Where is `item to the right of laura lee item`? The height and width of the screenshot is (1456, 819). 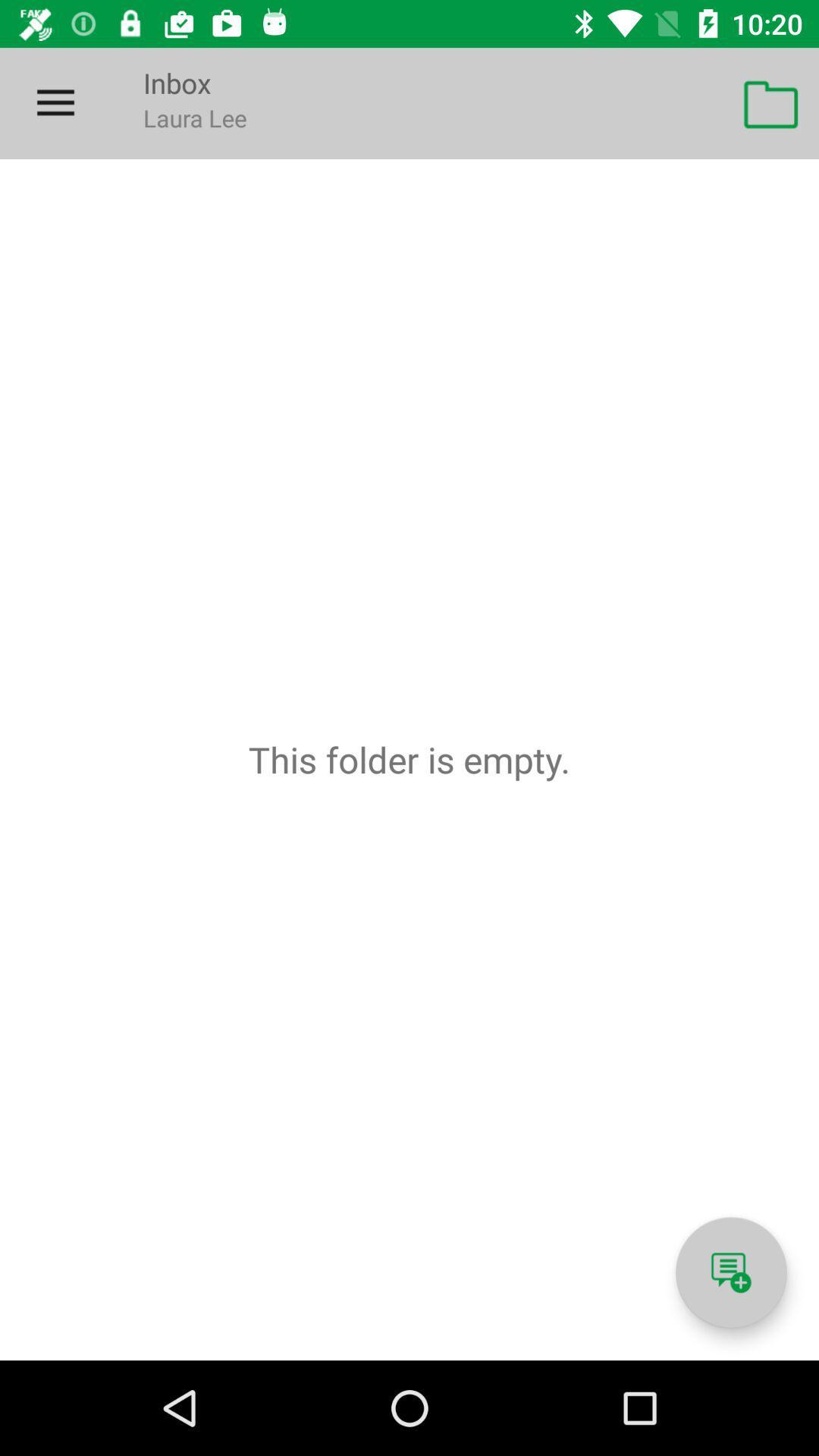 item to the right of laura lee item is located at coordinates (771, 102).